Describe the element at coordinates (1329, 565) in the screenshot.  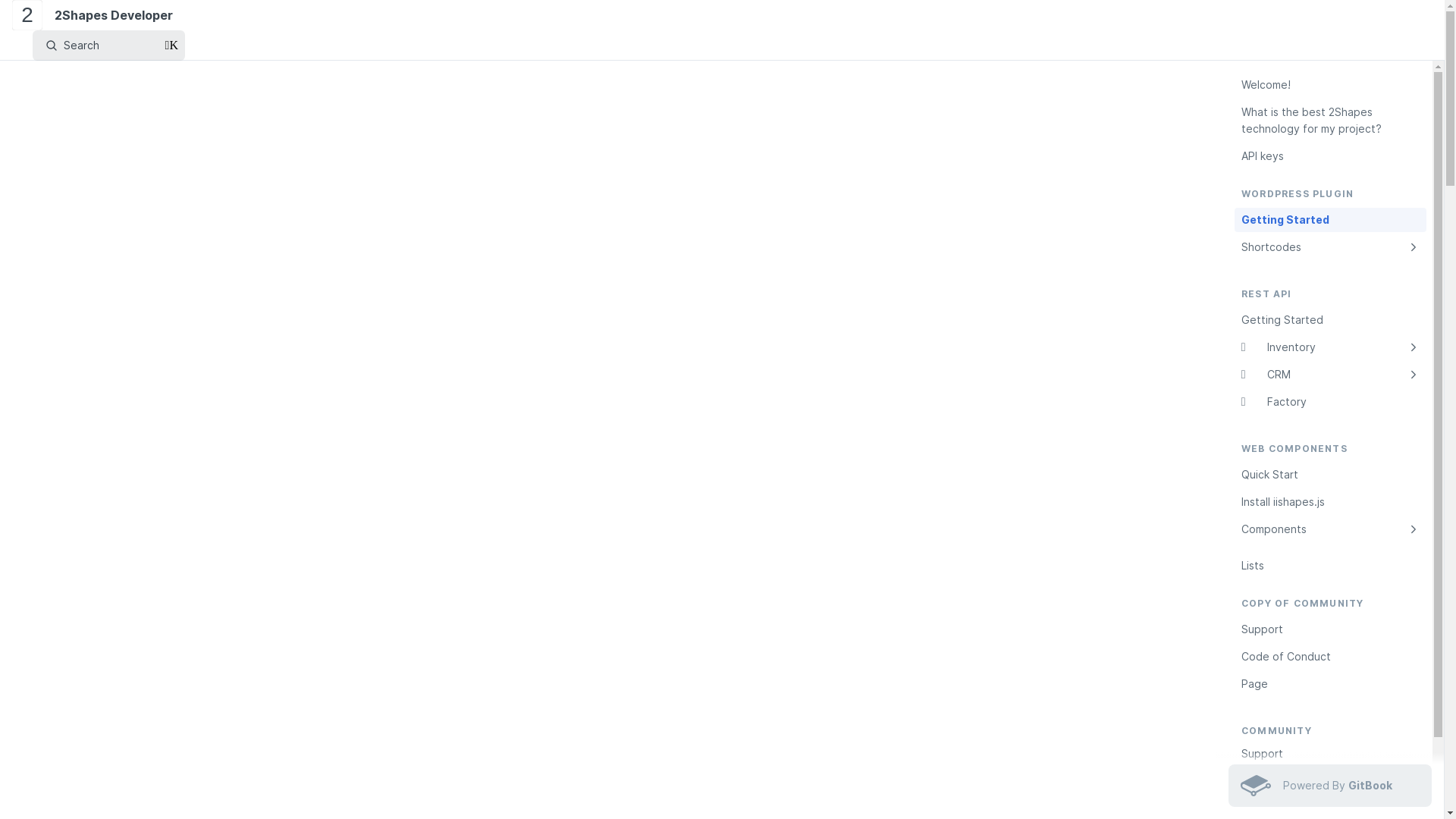
I see `'Lists'` at that location.